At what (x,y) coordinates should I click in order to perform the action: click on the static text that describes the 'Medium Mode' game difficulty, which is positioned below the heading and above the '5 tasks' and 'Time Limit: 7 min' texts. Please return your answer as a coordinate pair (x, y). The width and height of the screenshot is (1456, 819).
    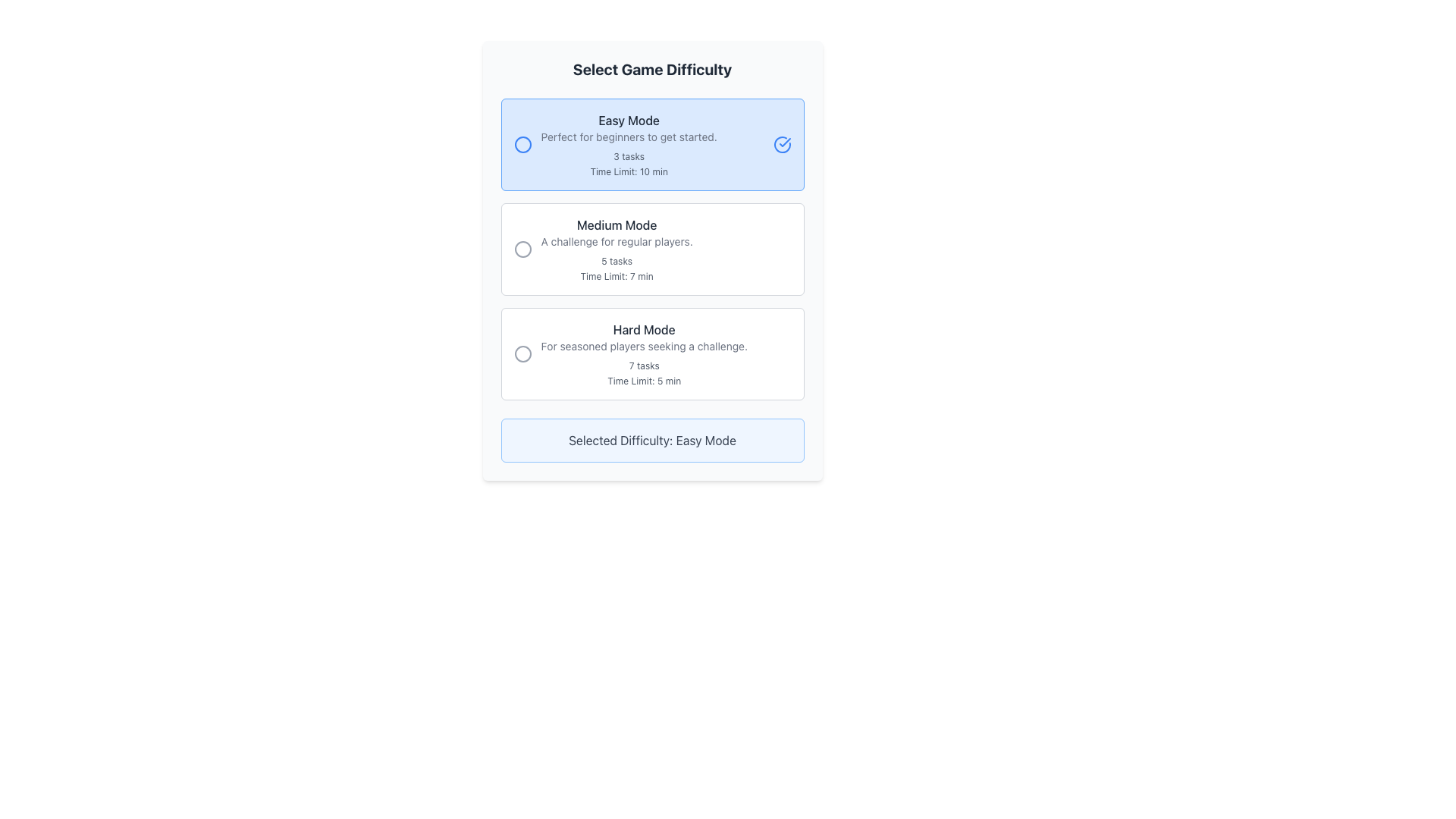
    Looking at the image, I should click on (617, 241).